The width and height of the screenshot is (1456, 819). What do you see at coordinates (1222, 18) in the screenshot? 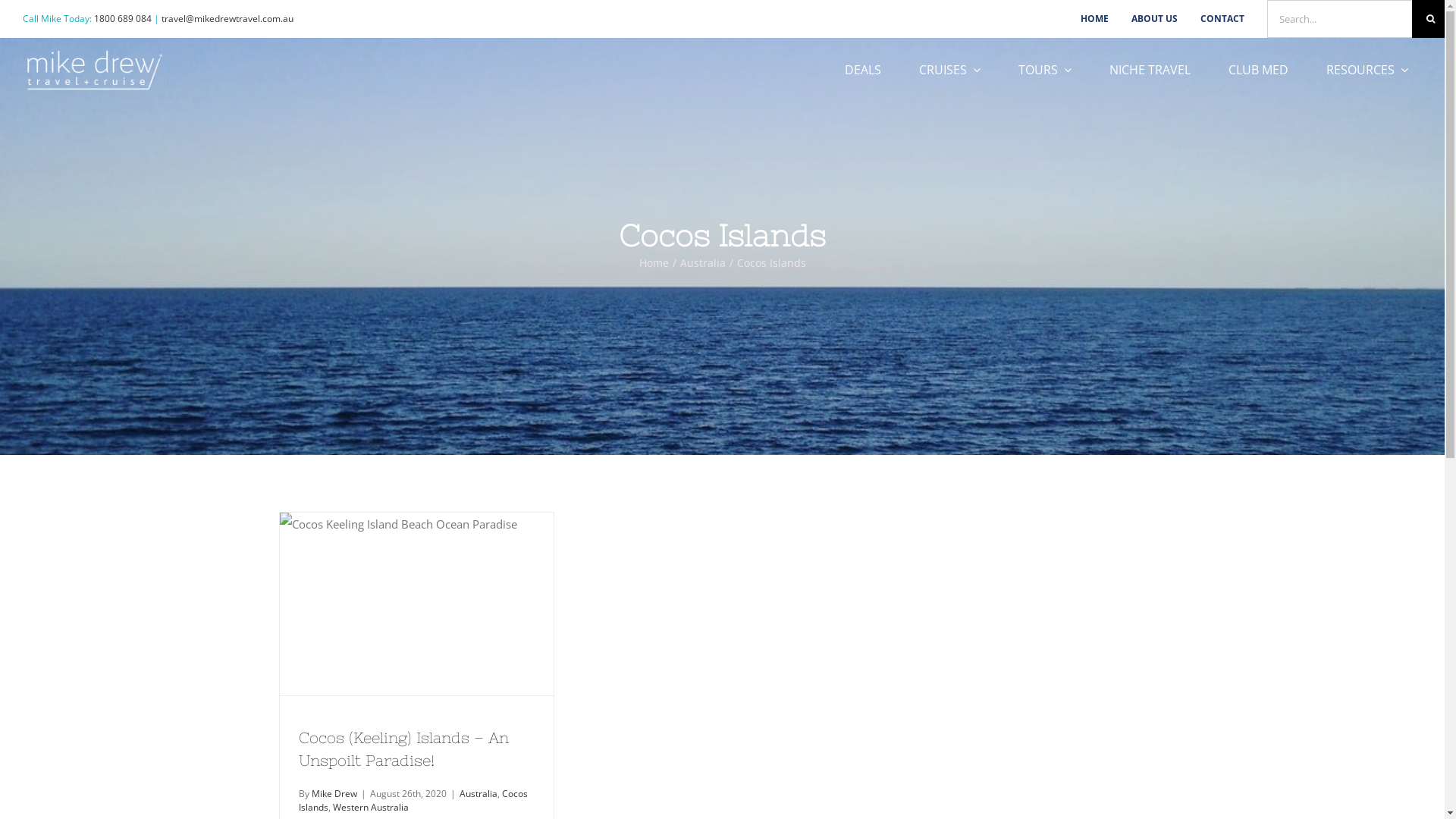
I see `'CONTACT'` at bounding box center [1222, 18].